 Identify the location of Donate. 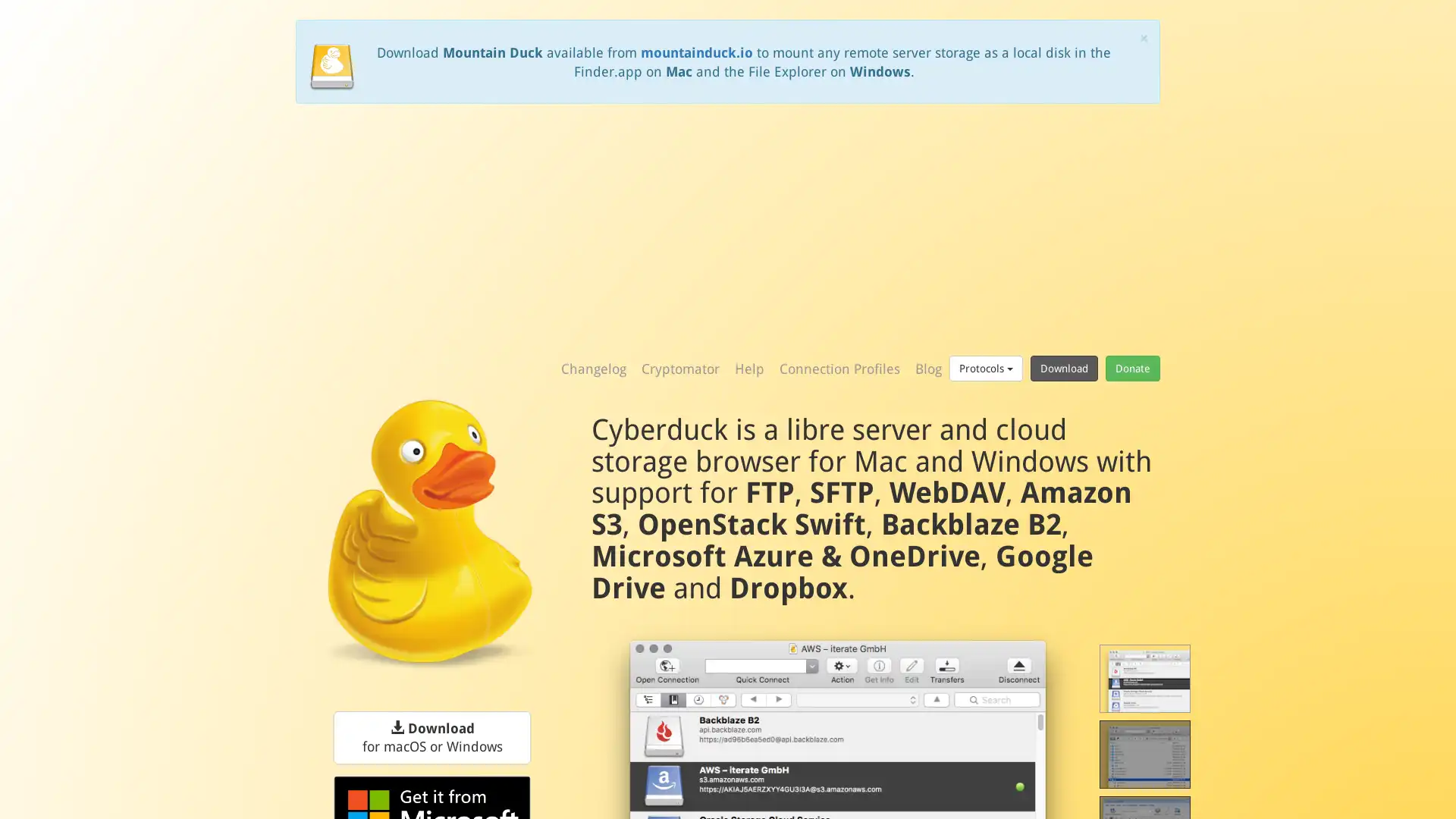
(1132, 368).